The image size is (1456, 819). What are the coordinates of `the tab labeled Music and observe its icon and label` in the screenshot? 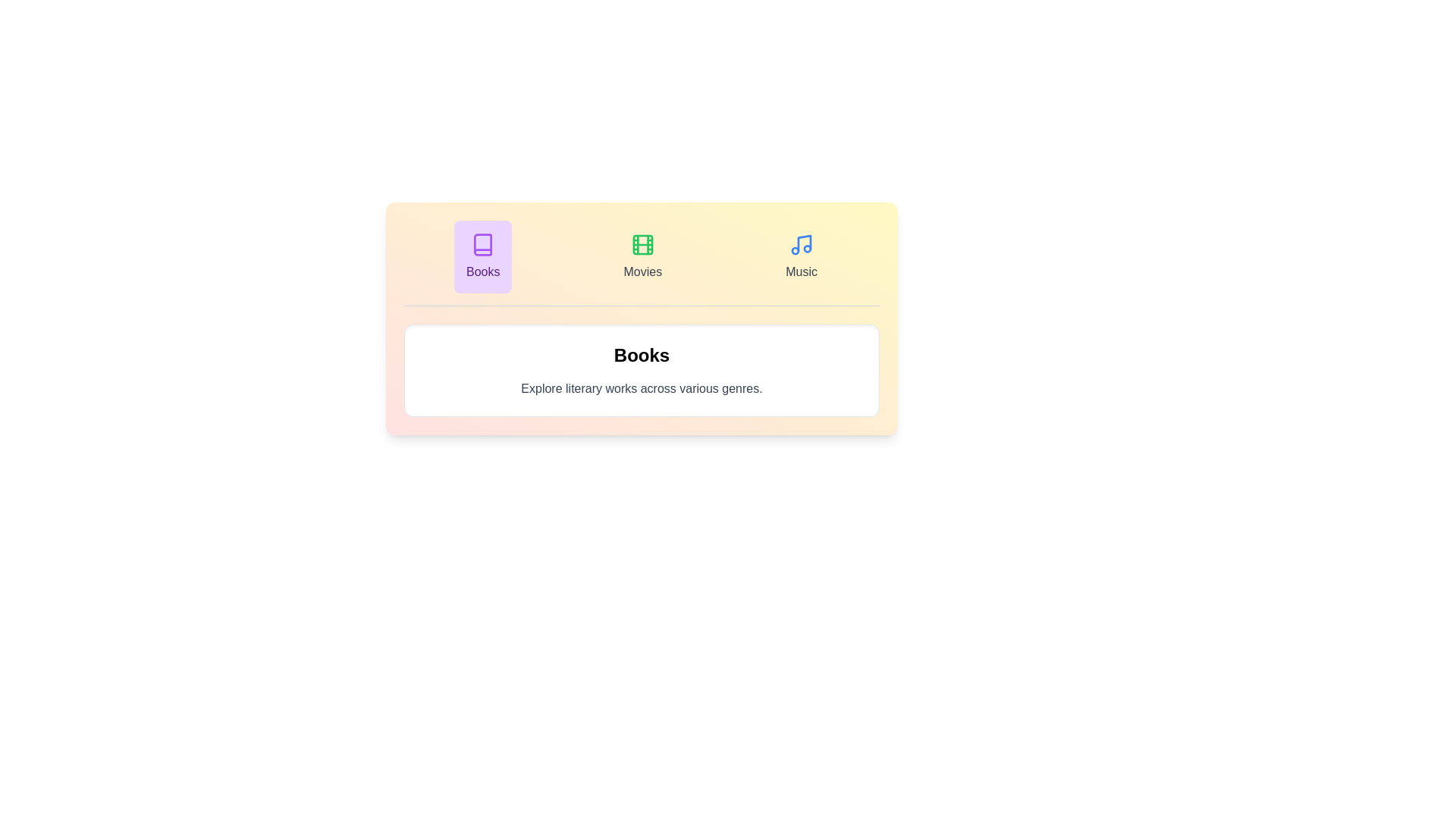 It's located at (800, 256).